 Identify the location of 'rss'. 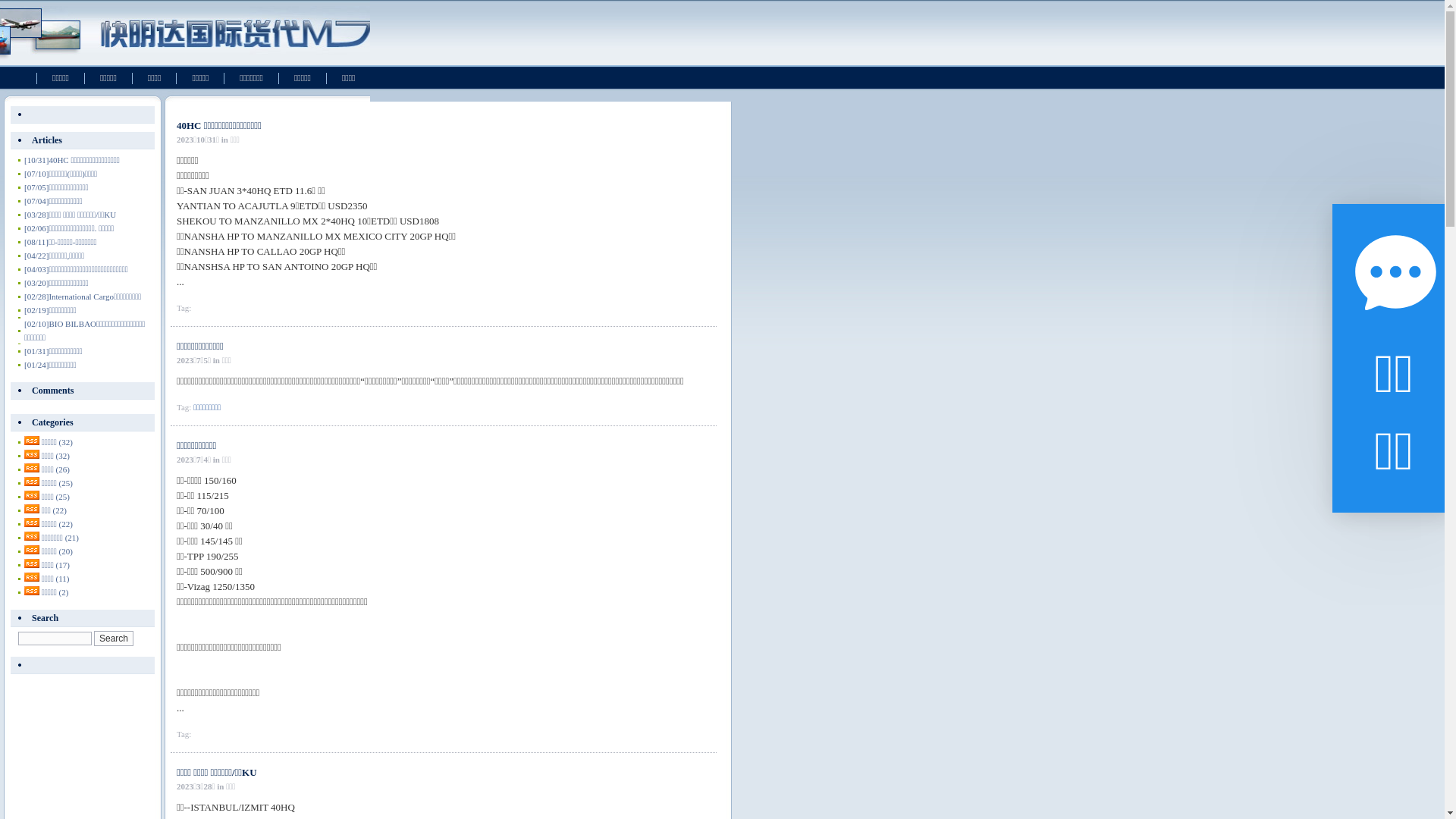
(32, 482).